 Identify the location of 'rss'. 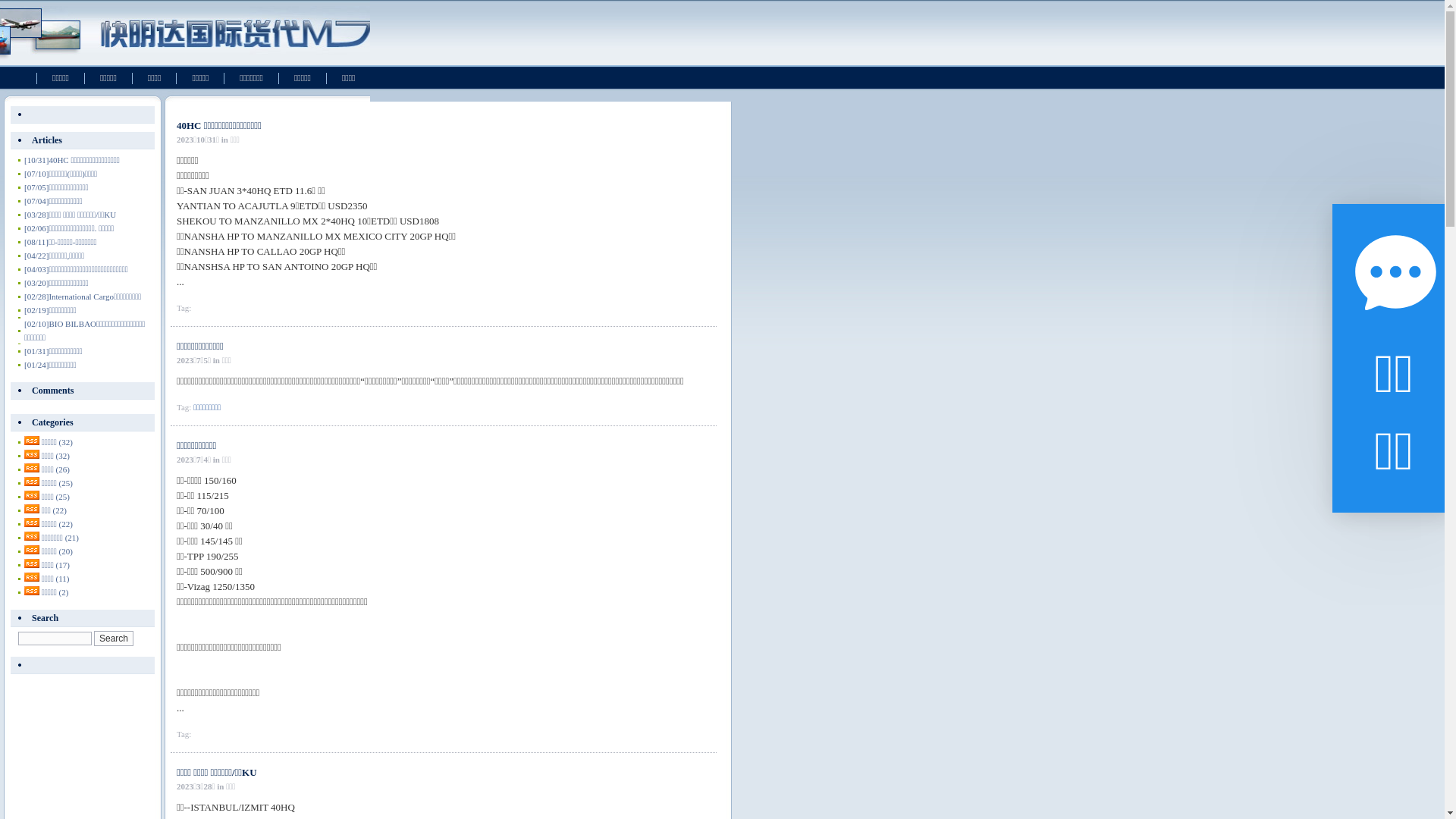
(32, 482).